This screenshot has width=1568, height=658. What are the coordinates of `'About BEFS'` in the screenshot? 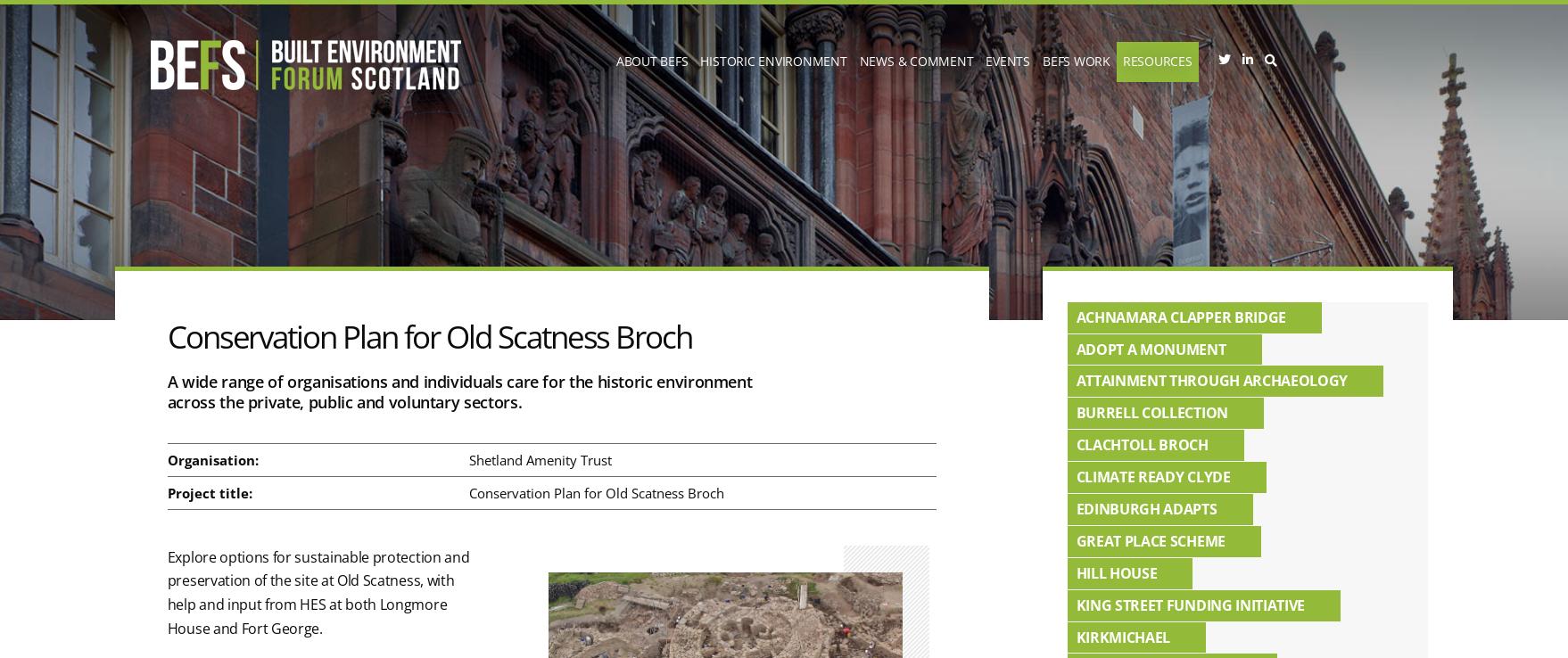 It's located at (651, 61).